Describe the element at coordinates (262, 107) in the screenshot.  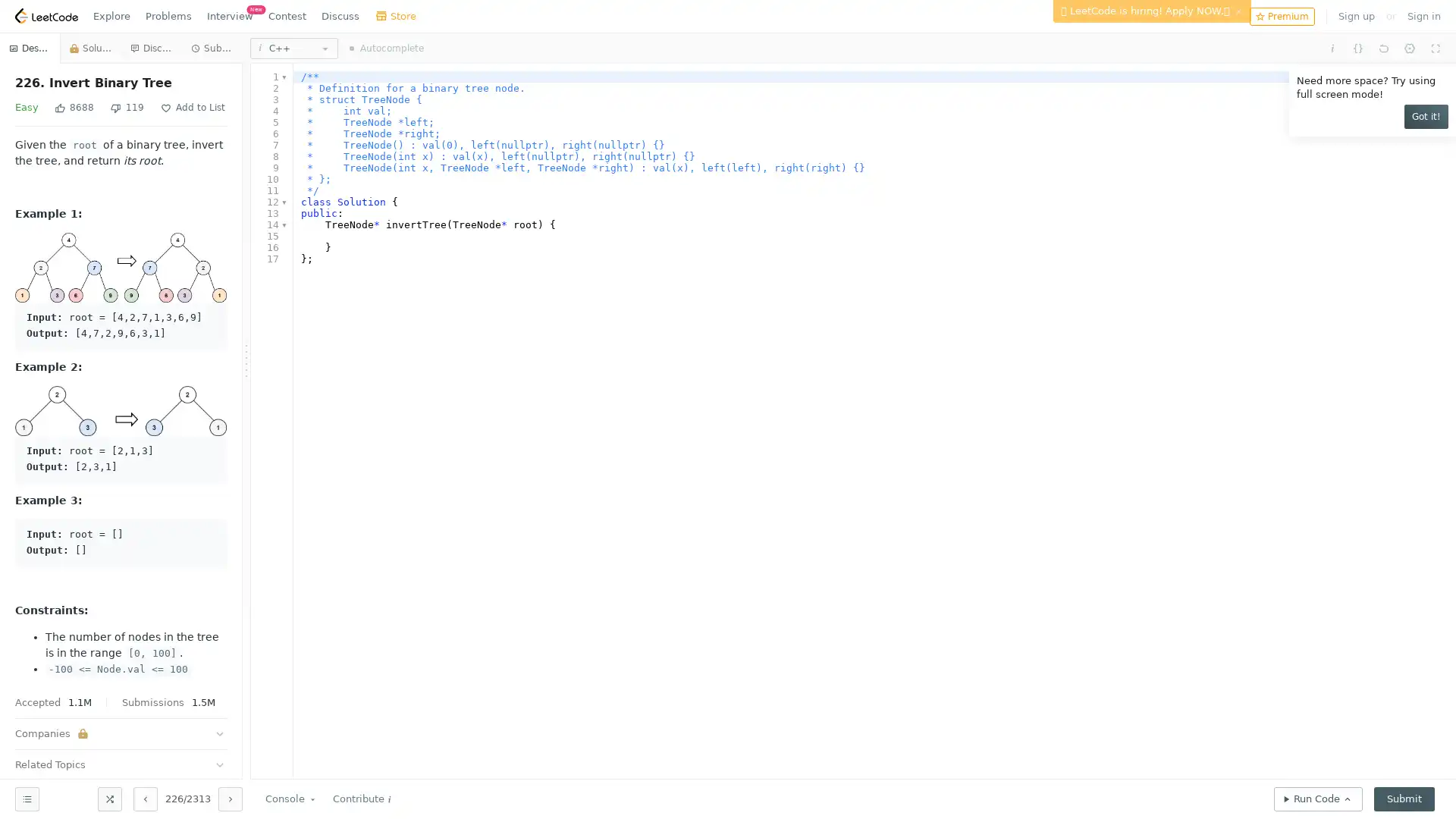
I see `Share` at that location.